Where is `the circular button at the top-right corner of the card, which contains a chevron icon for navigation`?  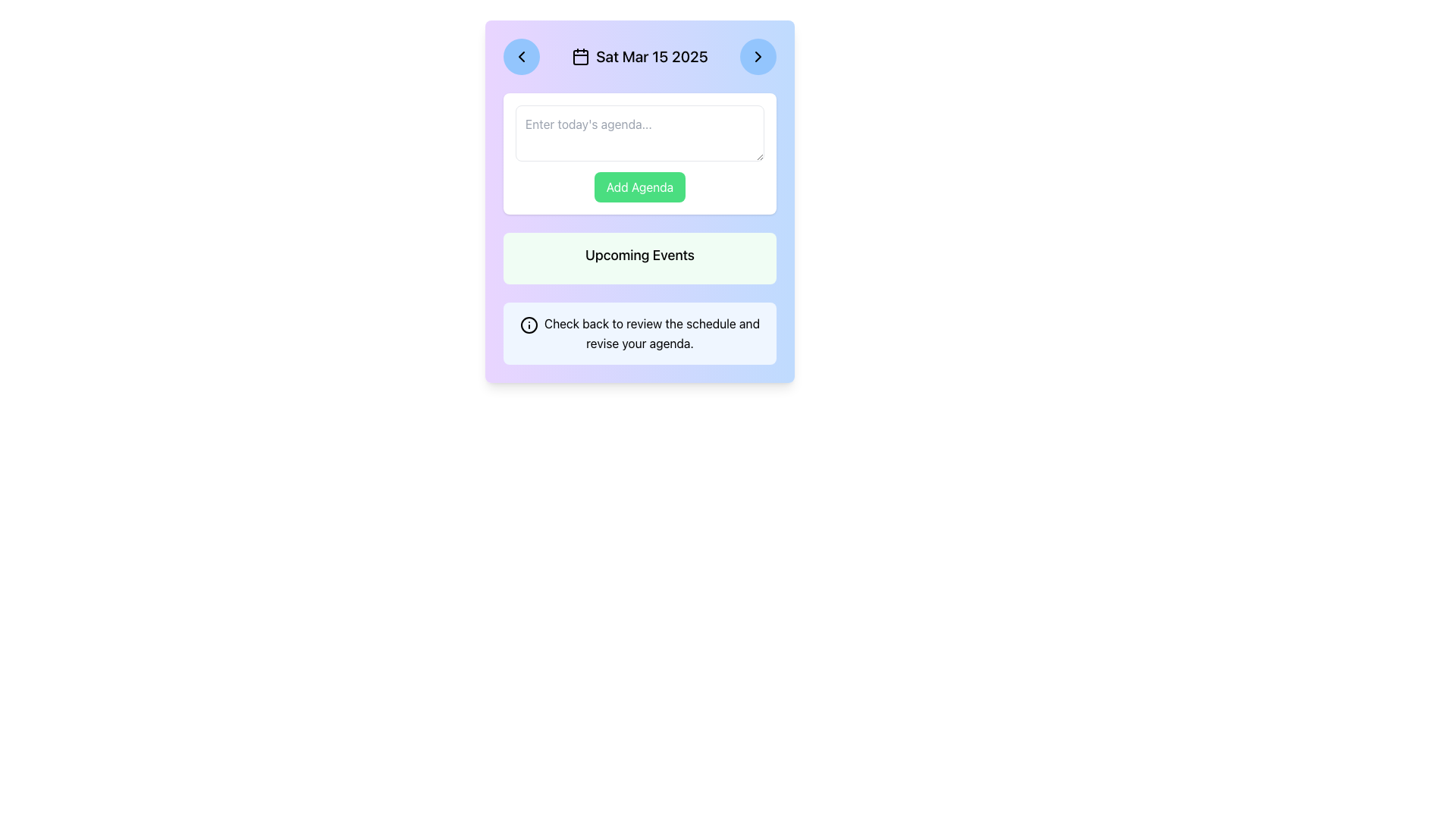 the circular button at the top-right corner of the card, which contains a chevron icon for navigation is located at coordinates (758, 55).